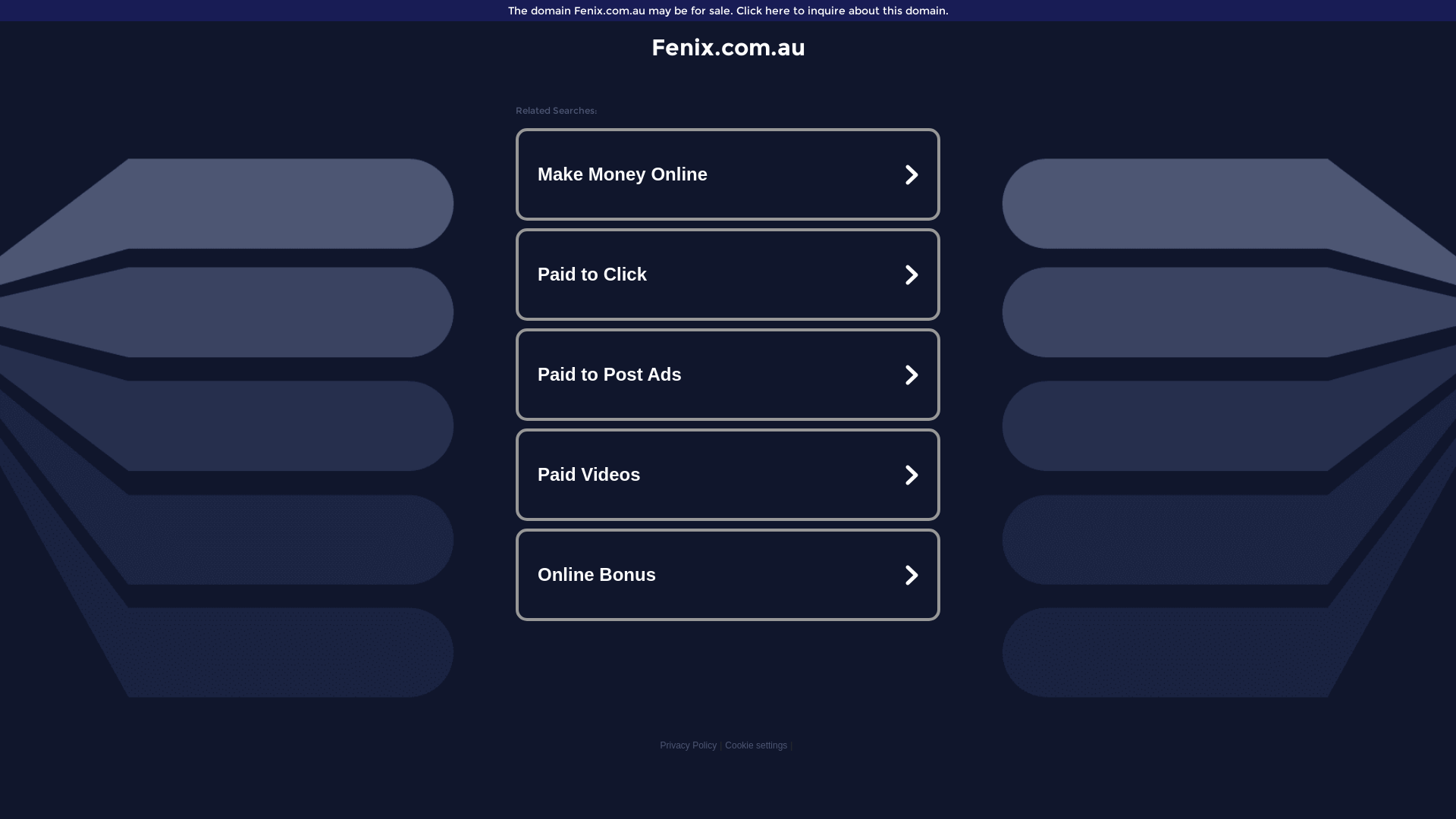 This screenshot has width=1456, height=819. Describe the element at coordinates (756, 745) in the screenshot. I see `'Cookie settings'` at that location.